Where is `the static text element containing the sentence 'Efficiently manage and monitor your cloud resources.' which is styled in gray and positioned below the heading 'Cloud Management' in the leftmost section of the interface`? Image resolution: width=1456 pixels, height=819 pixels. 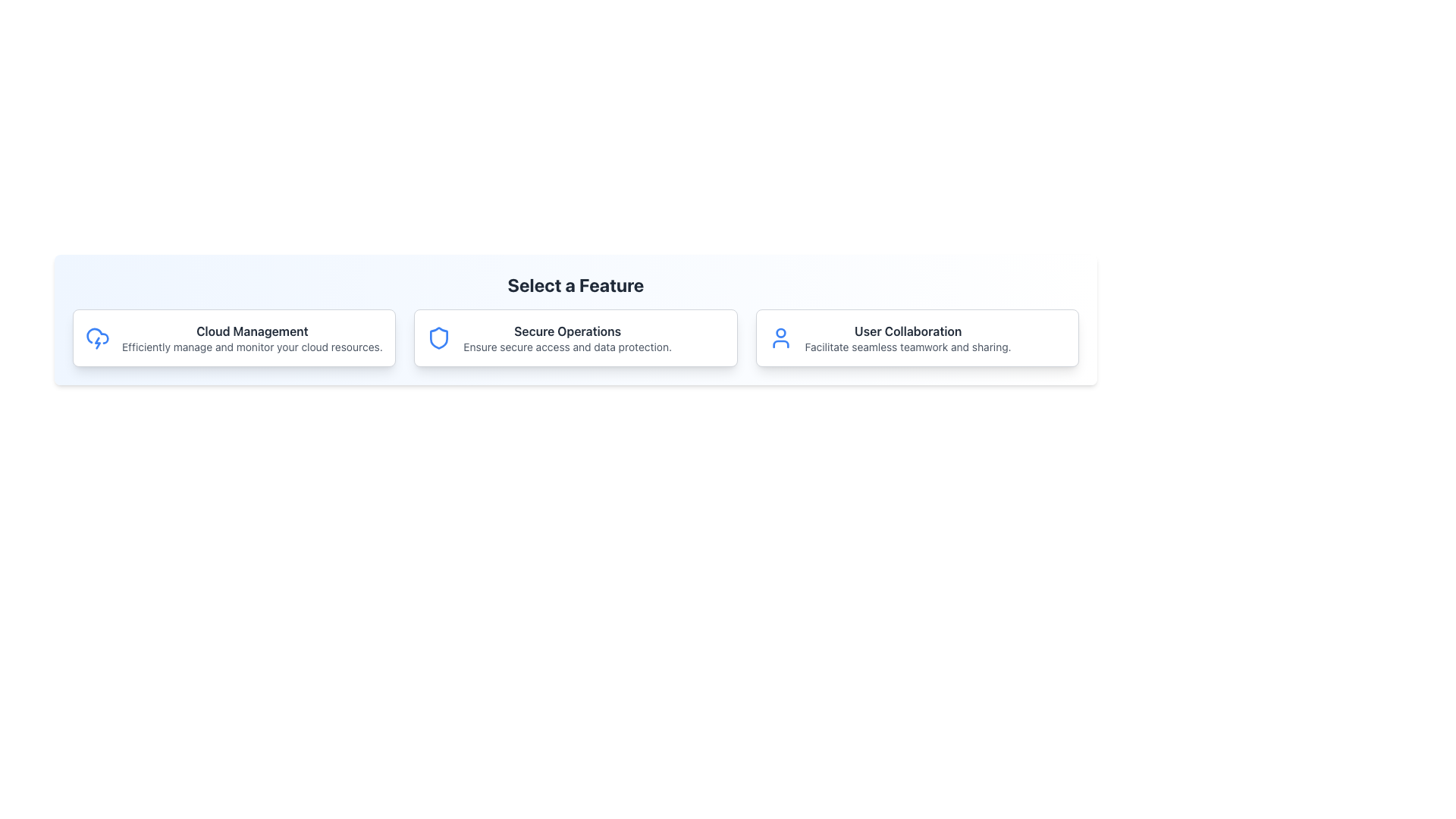 the static text element containing the sentence 'Efficiently manage and monitor your cloud resources.' which is styled in gray and positioned below the heading 'Cloud Management' in the leftmost section of the interface is located at coordinates (252, 347).